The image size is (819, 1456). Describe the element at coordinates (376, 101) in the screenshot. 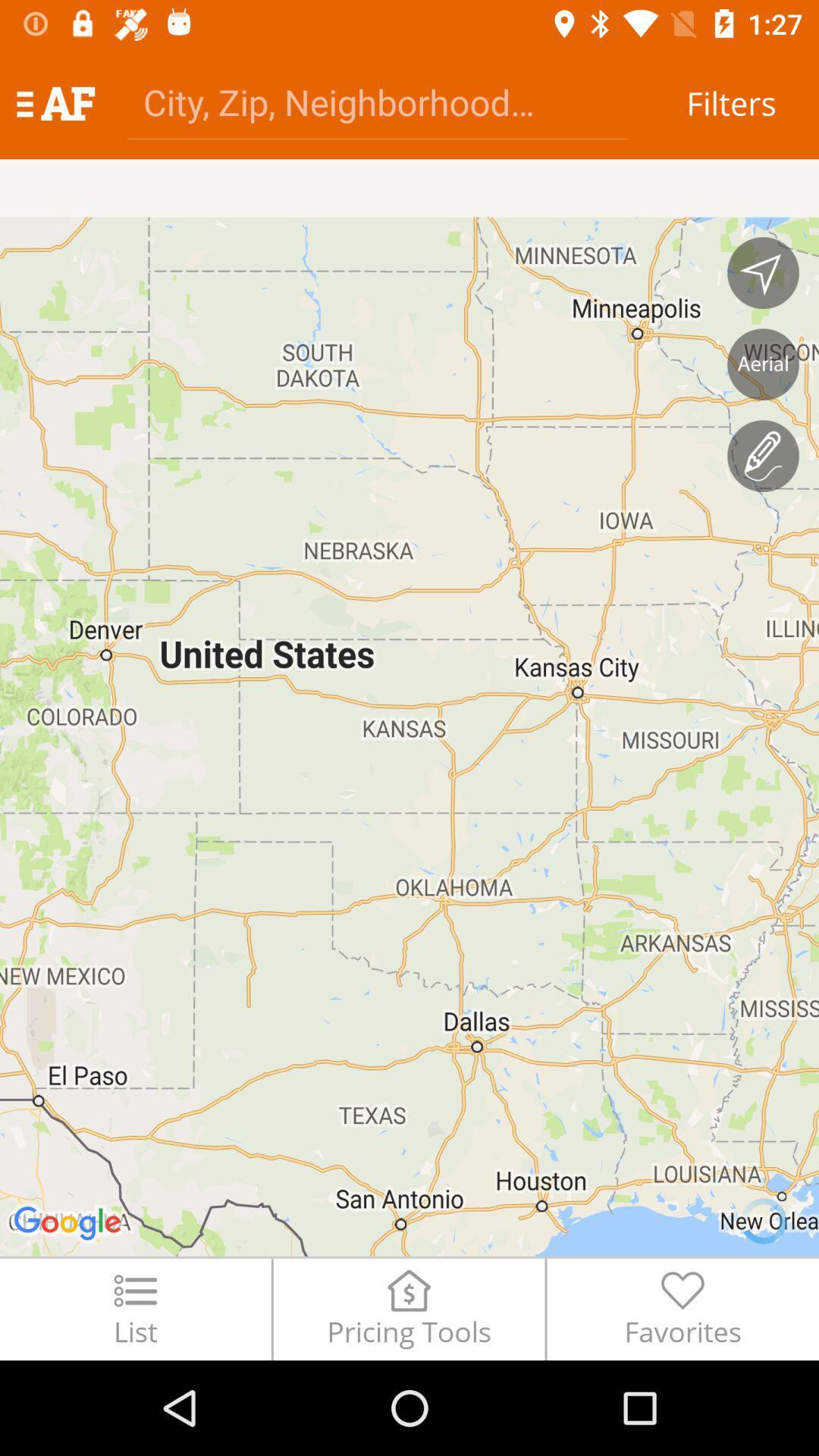

I see `the icon to the left of filters icon` at that location.